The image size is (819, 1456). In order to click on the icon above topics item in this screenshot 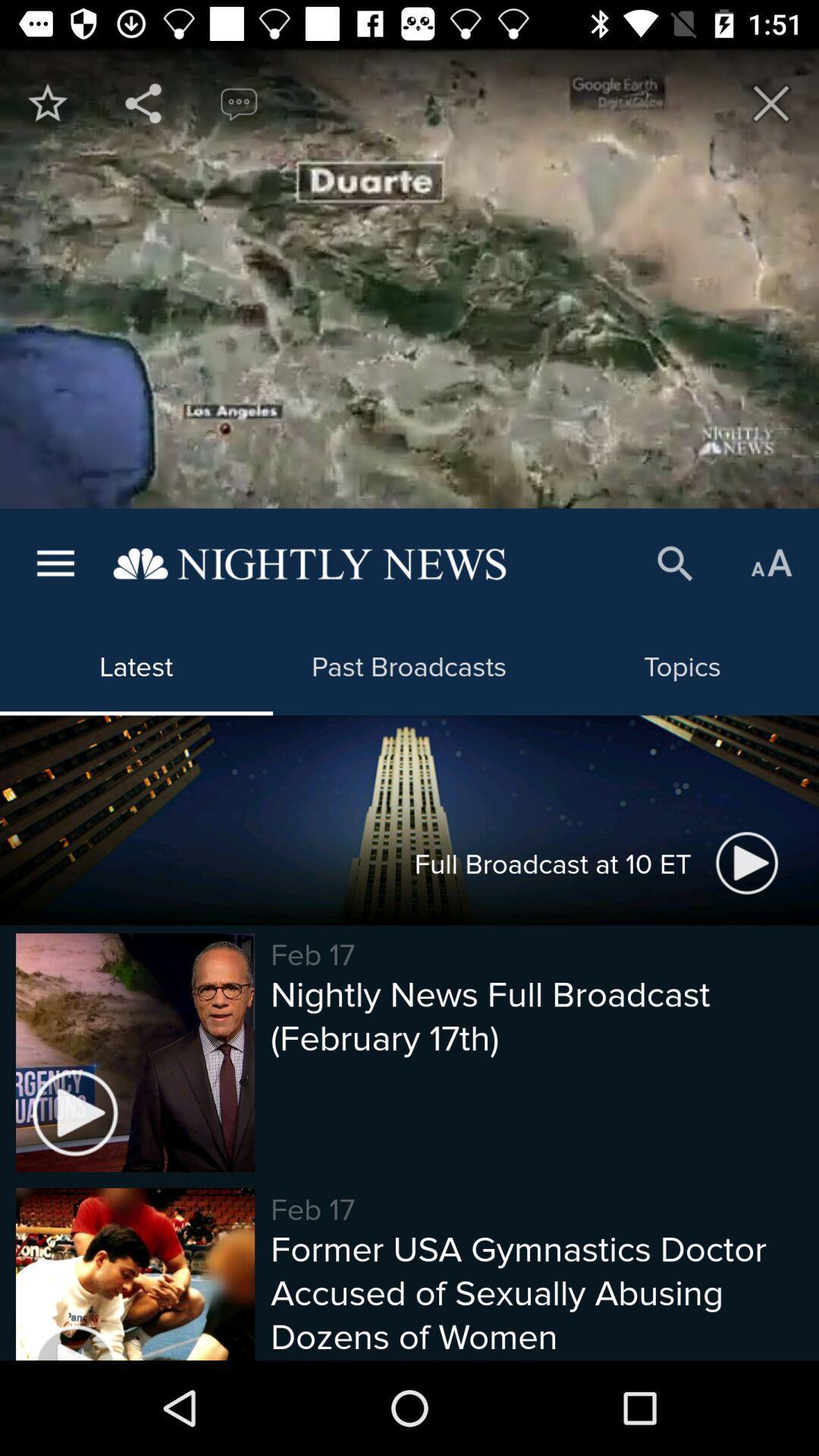, I will do `click(675, 563)`.